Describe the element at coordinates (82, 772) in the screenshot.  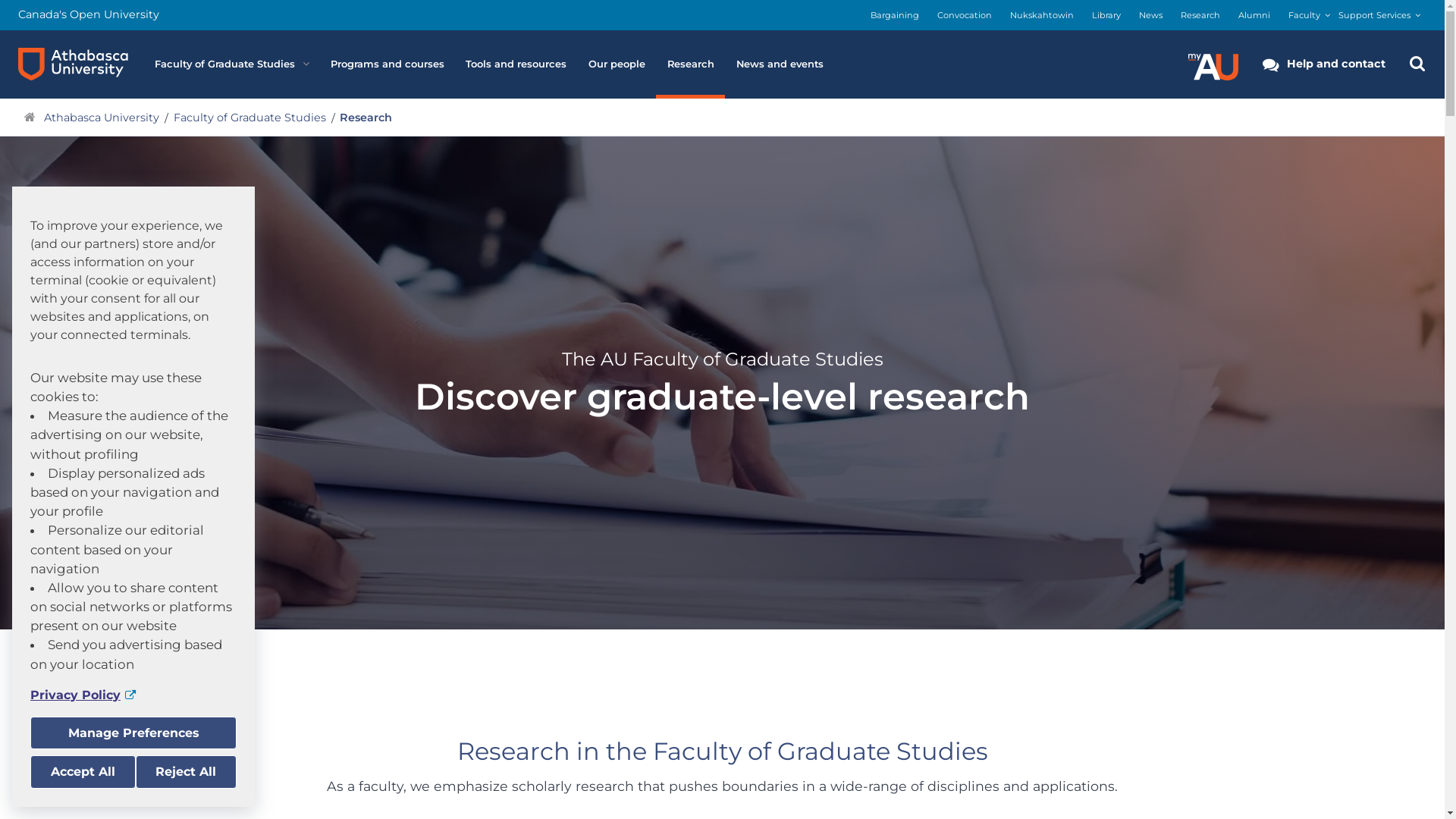
I see `'Accept All'` at that location.